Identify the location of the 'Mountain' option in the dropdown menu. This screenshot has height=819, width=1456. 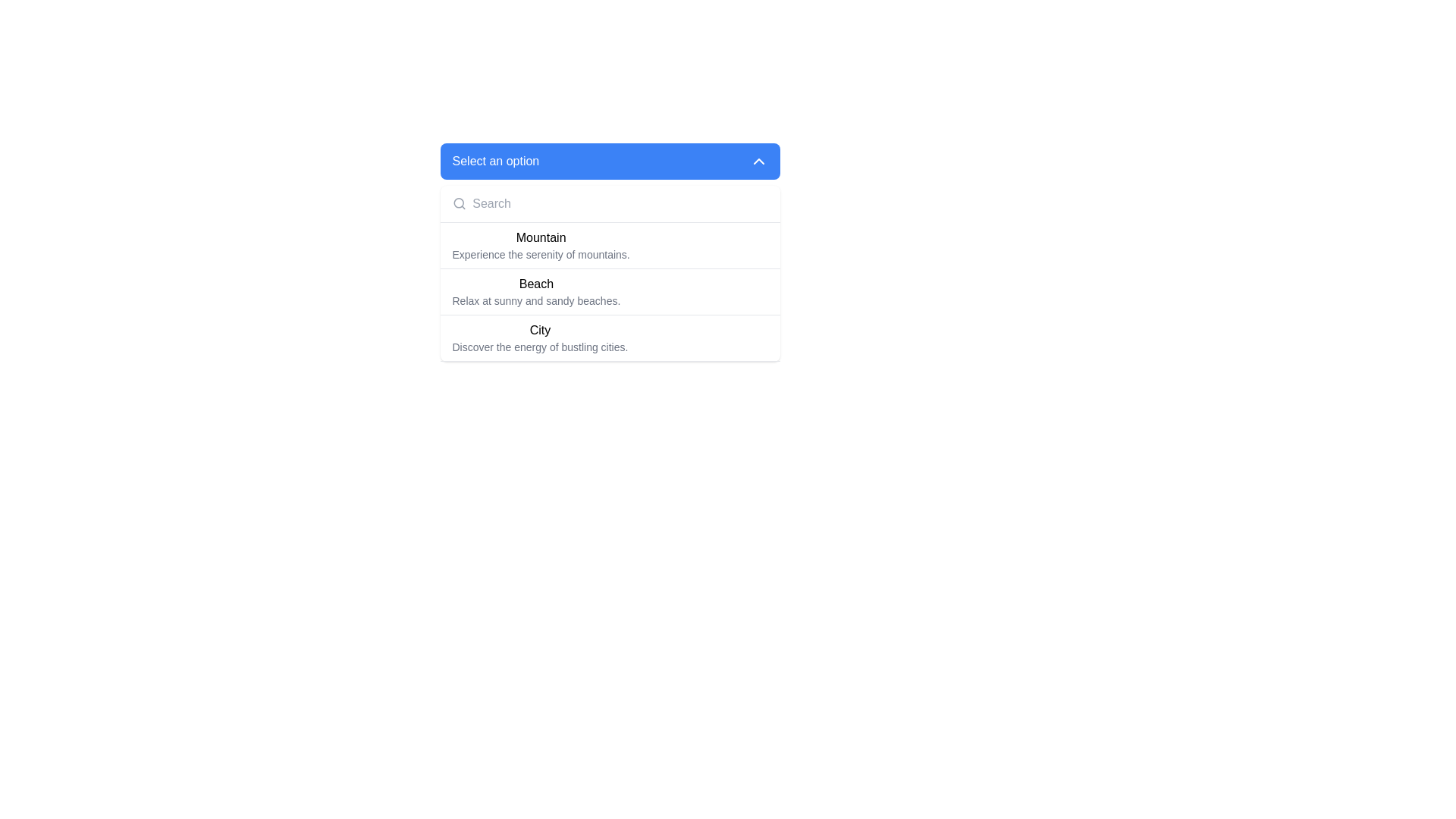
(610, 251).